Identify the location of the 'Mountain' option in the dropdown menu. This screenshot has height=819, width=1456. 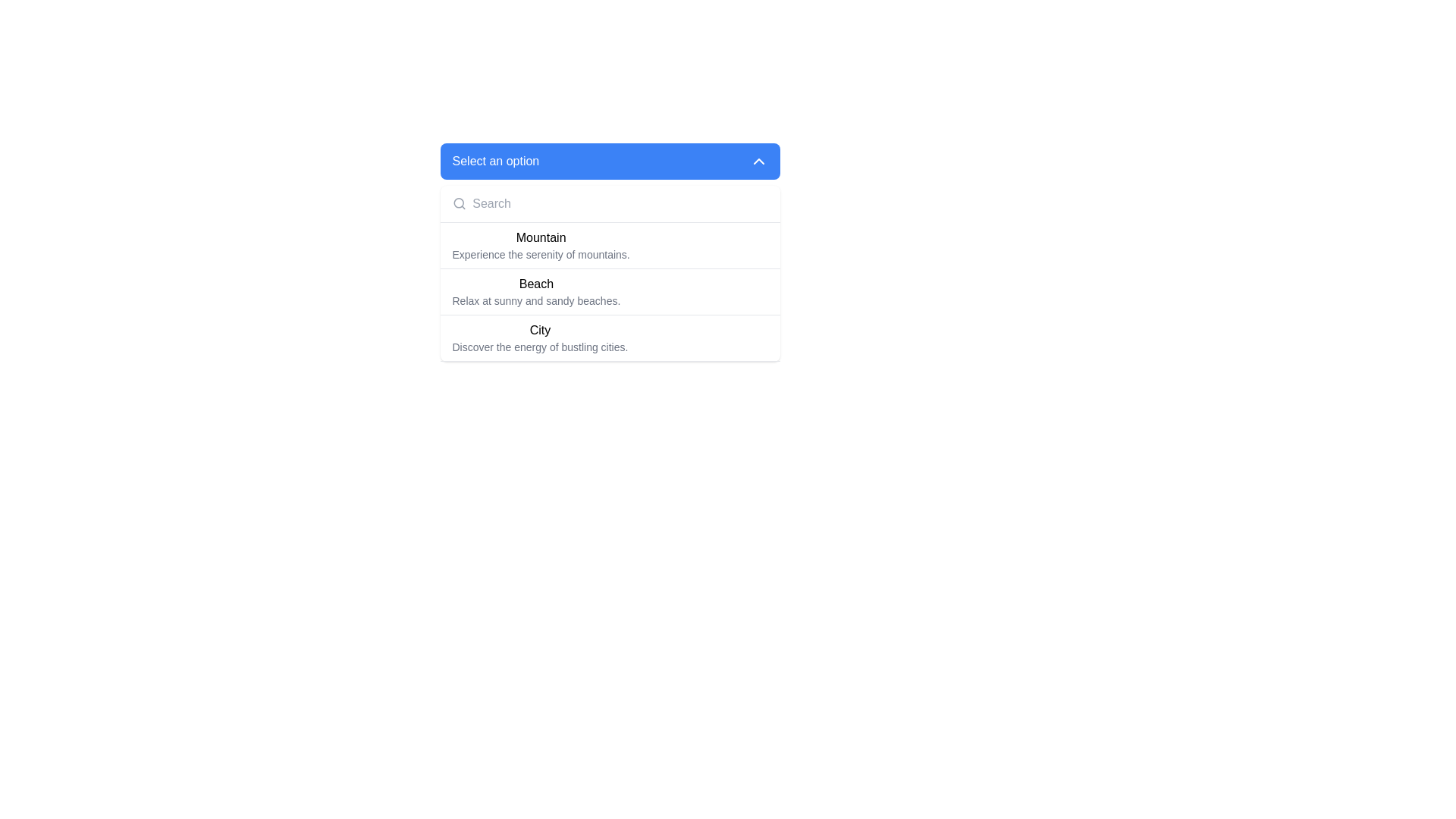
(610, 251).